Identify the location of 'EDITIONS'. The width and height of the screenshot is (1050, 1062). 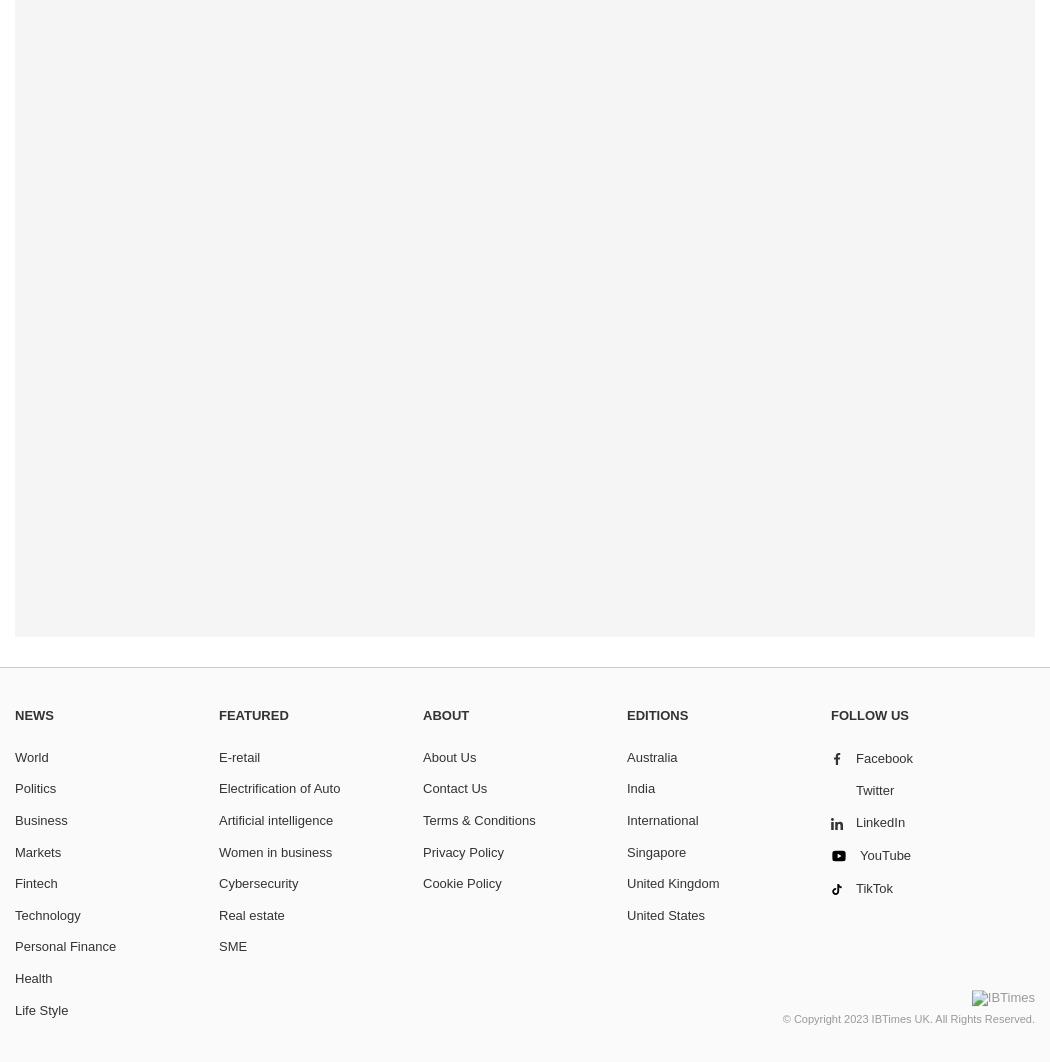
(656, 715).